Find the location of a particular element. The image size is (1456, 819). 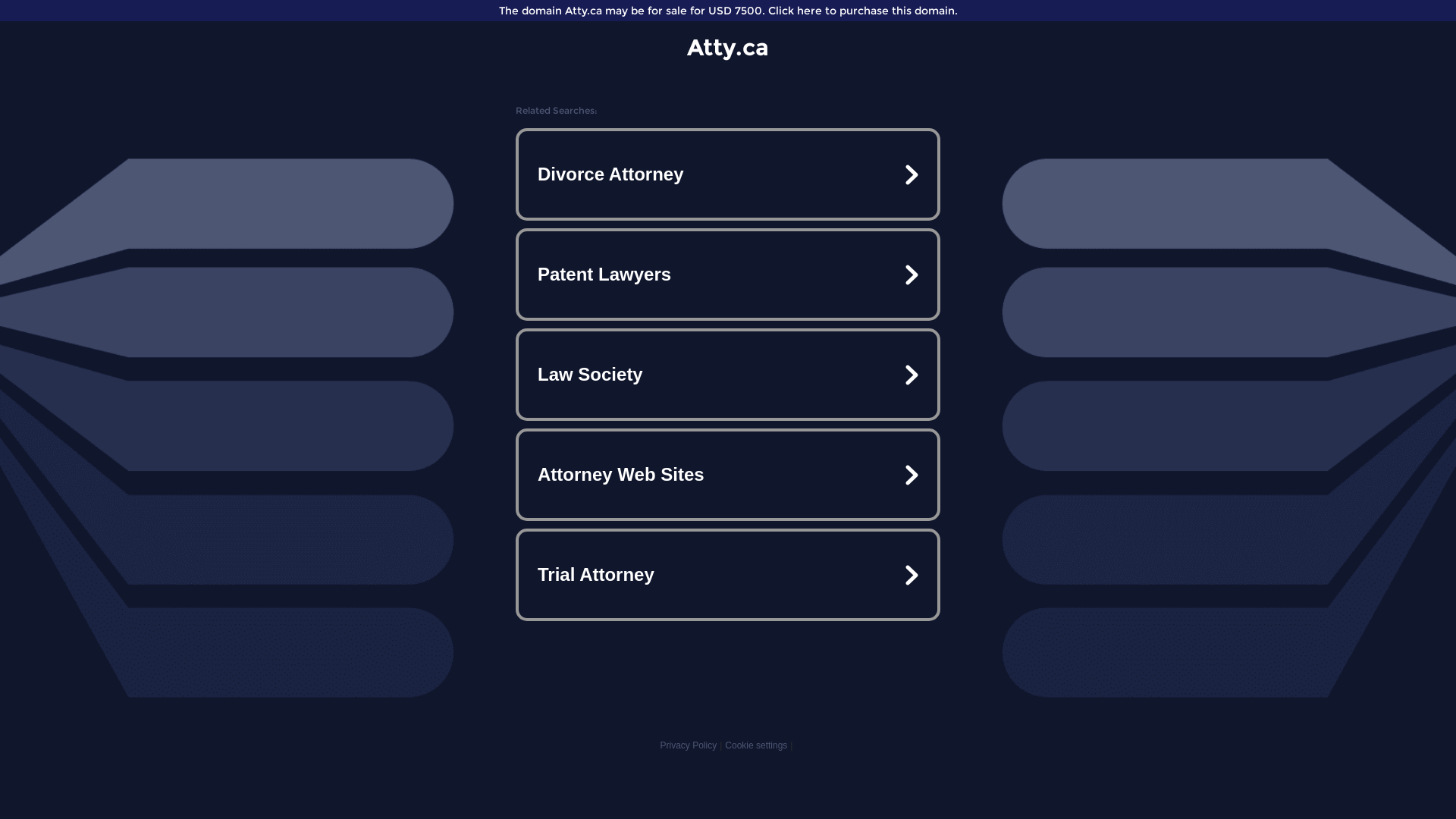

'Divorce Attorney' is located at coordinates (728, 174).